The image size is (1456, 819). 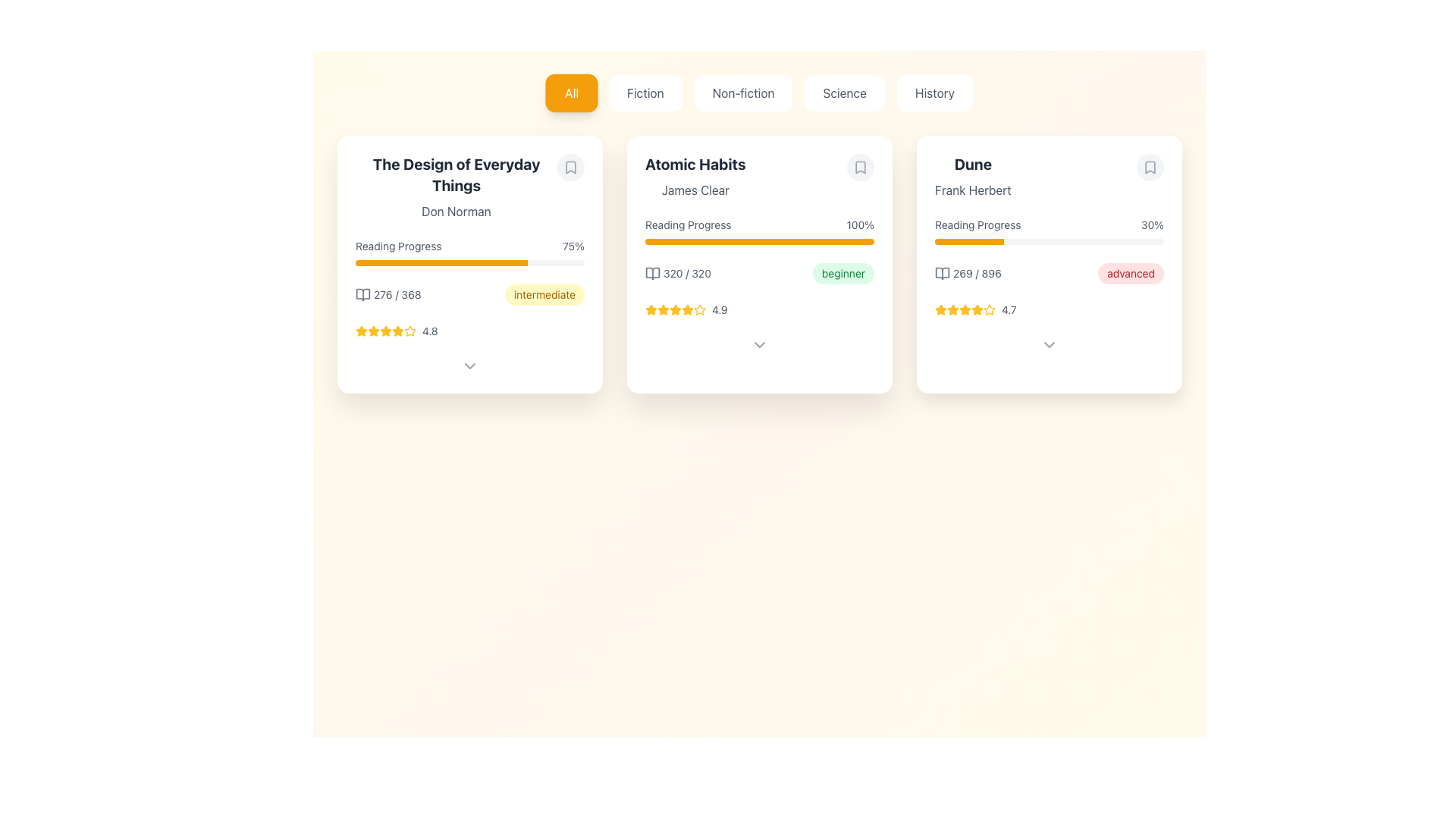 I want to click on the third star in the star rating system for the card titled 'The Design of Everyday Things', which is filled with yellow color and indicates a rating of 4.8, so click(x=385, y=330).